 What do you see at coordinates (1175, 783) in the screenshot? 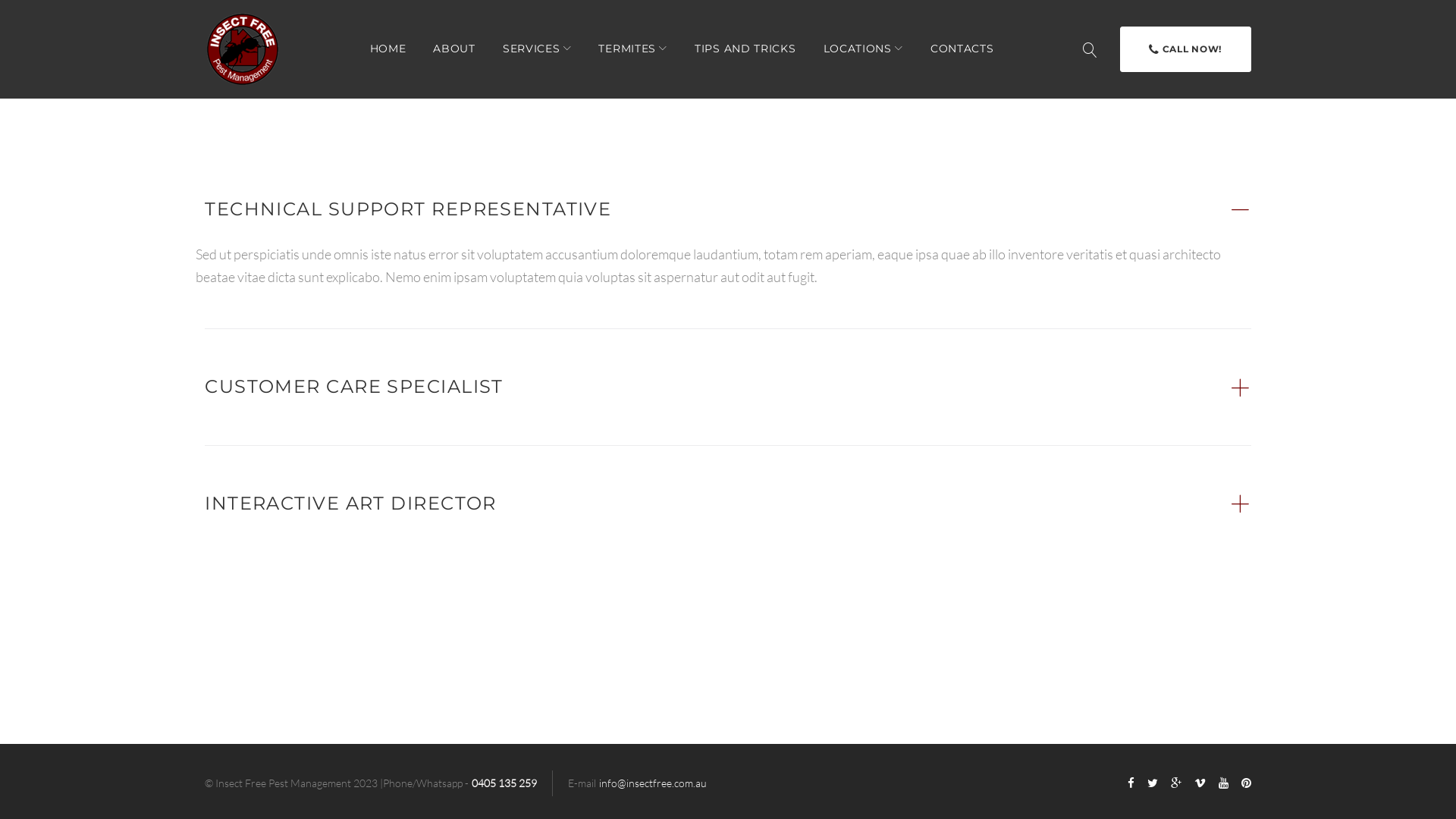
I see `'Google+'` at bounding box center [1175, 783].